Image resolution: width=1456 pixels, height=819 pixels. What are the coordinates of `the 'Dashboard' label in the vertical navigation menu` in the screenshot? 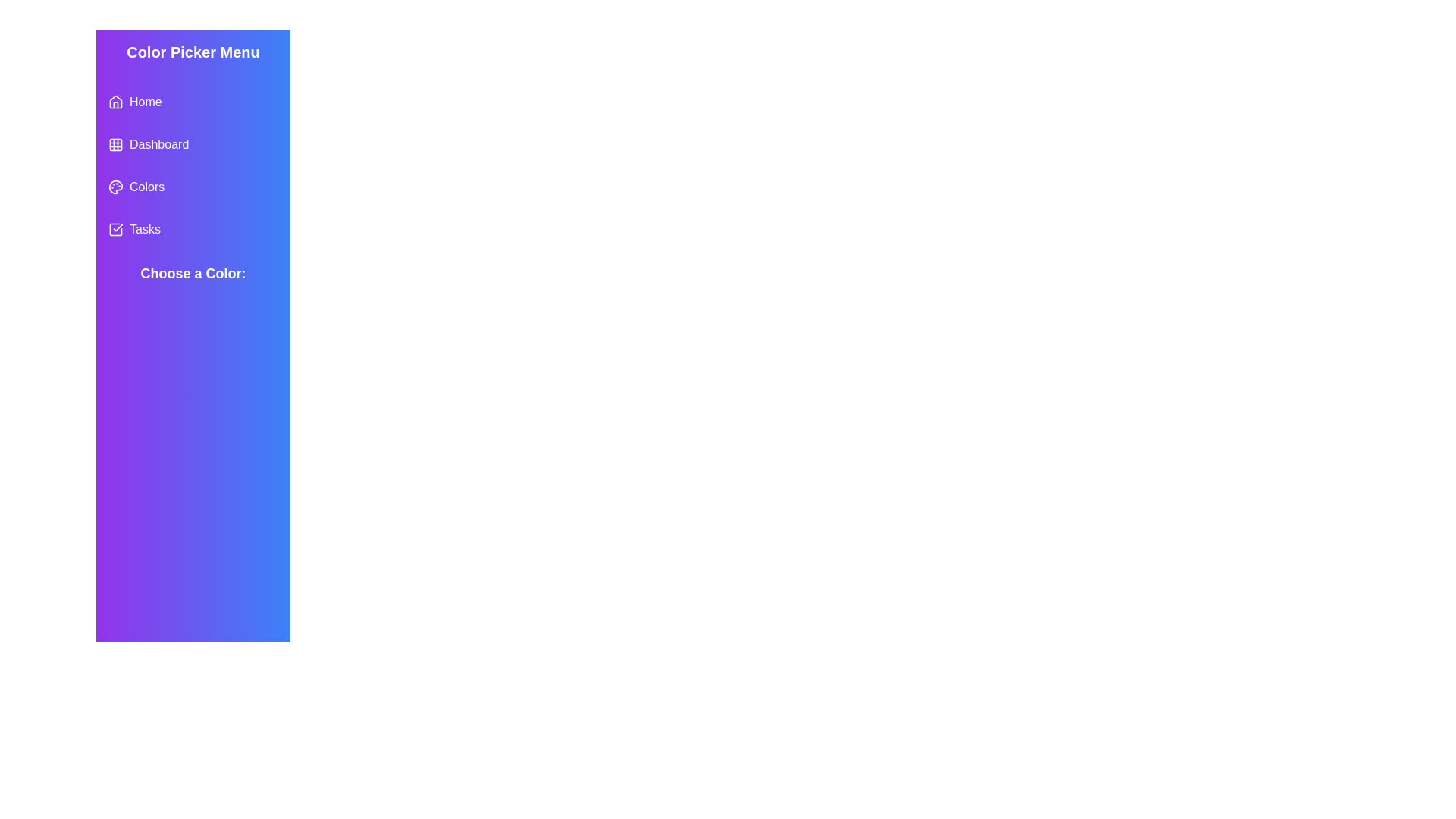 It's located at (159, 145).